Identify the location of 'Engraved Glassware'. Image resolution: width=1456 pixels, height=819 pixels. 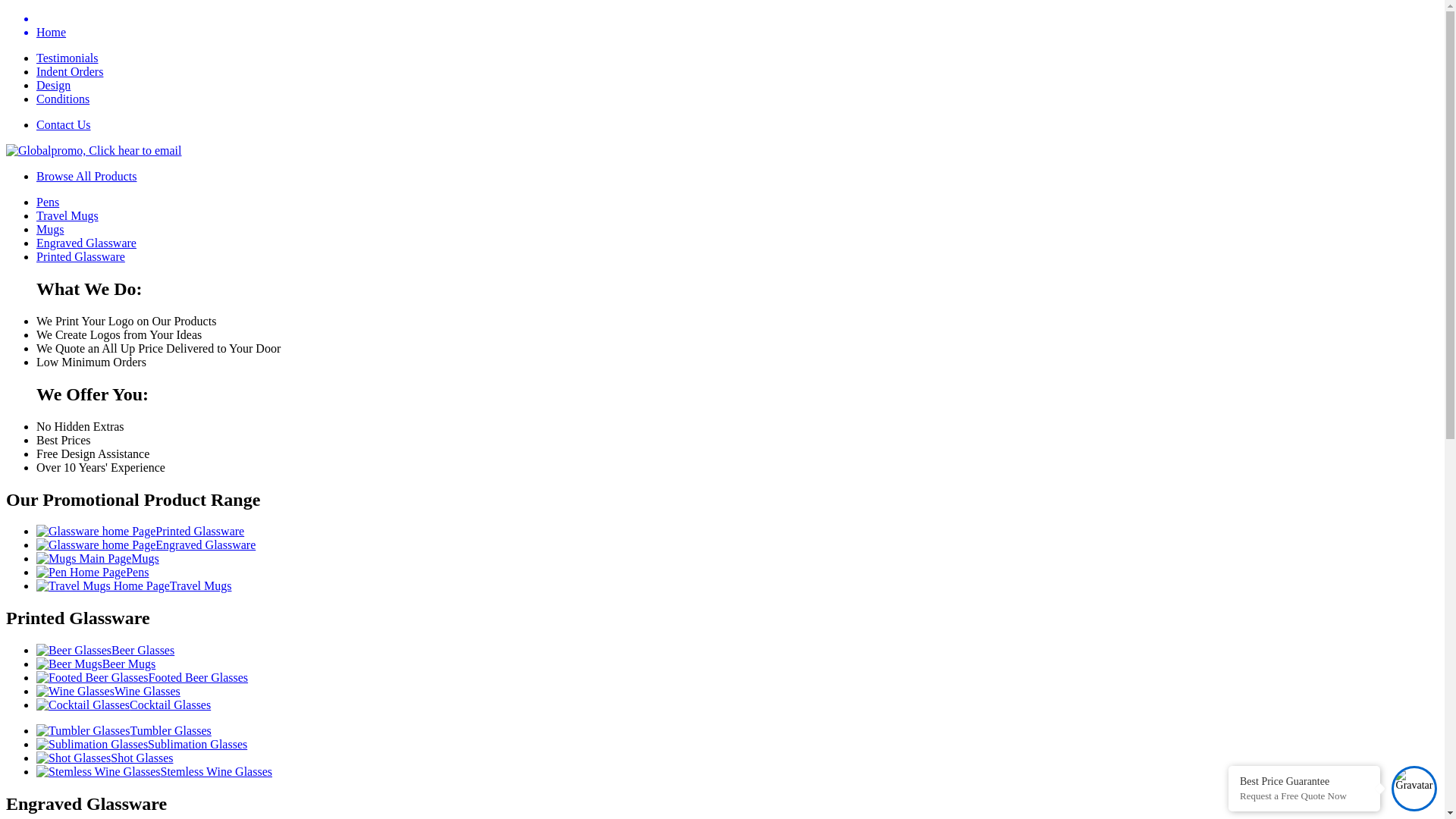
(86, 242).